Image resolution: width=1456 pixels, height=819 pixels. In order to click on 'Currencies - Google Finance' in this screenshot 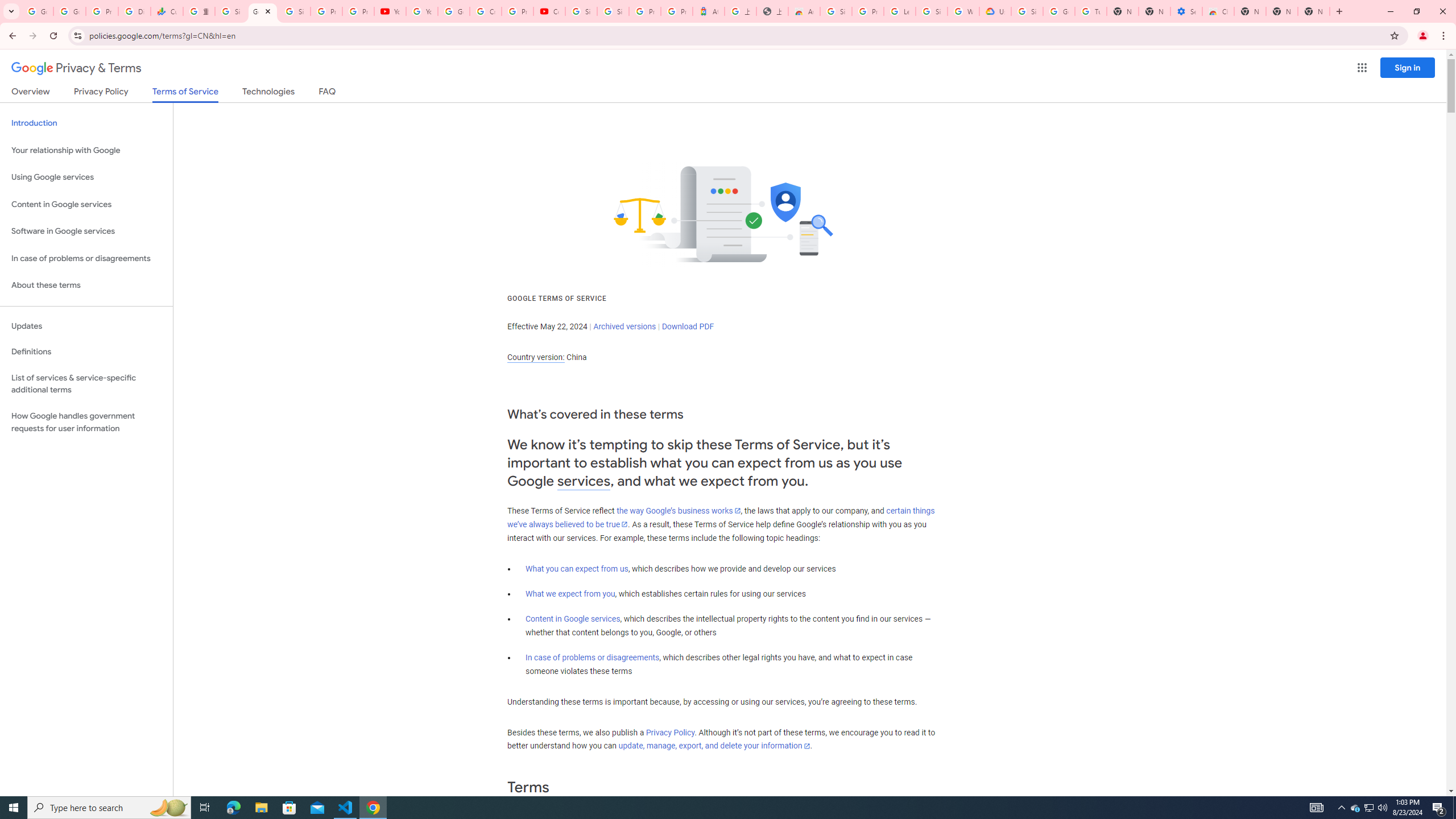, I will do `click(167, 11)`.